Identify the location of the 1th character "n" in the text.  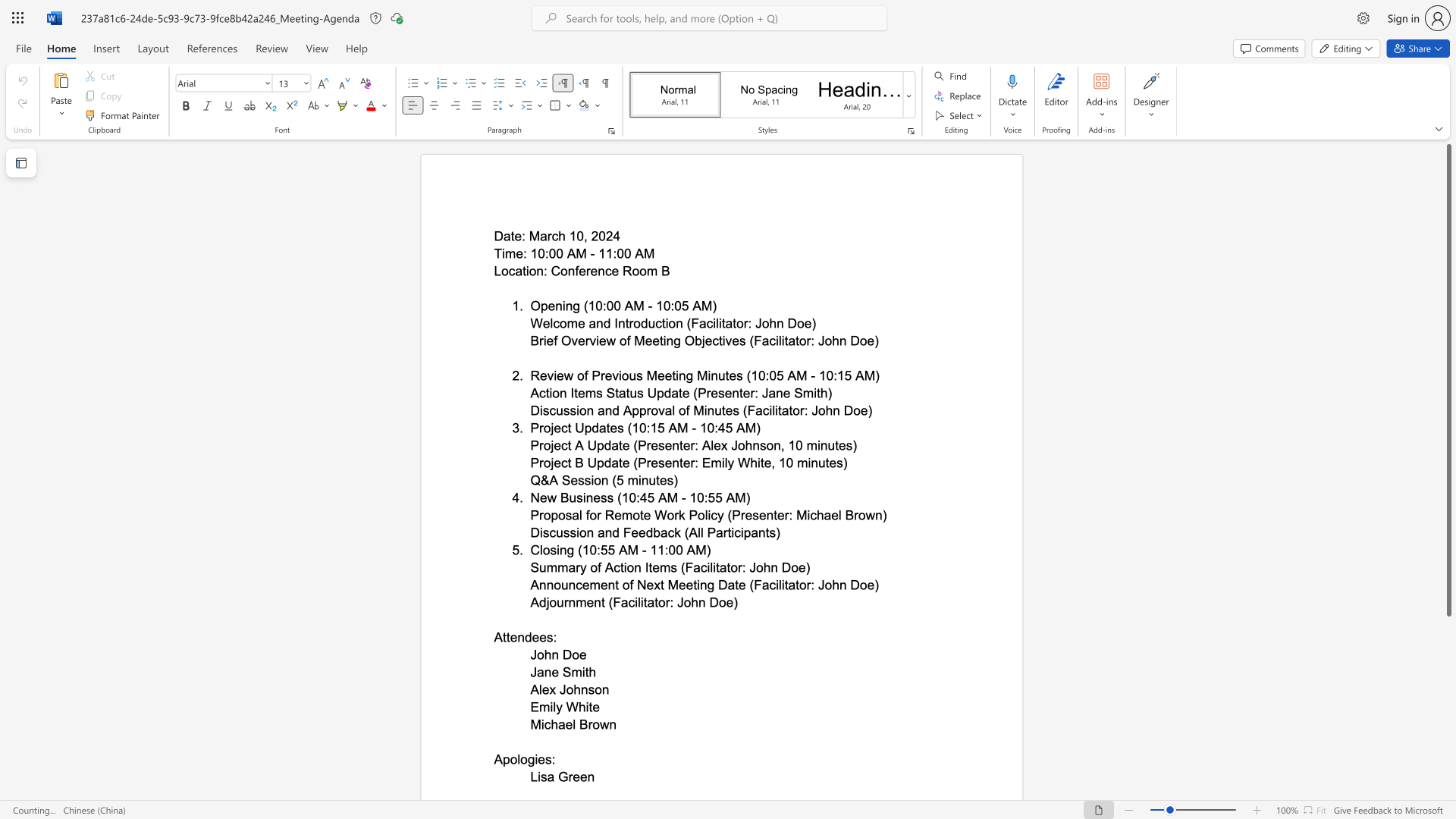
(613, 723).